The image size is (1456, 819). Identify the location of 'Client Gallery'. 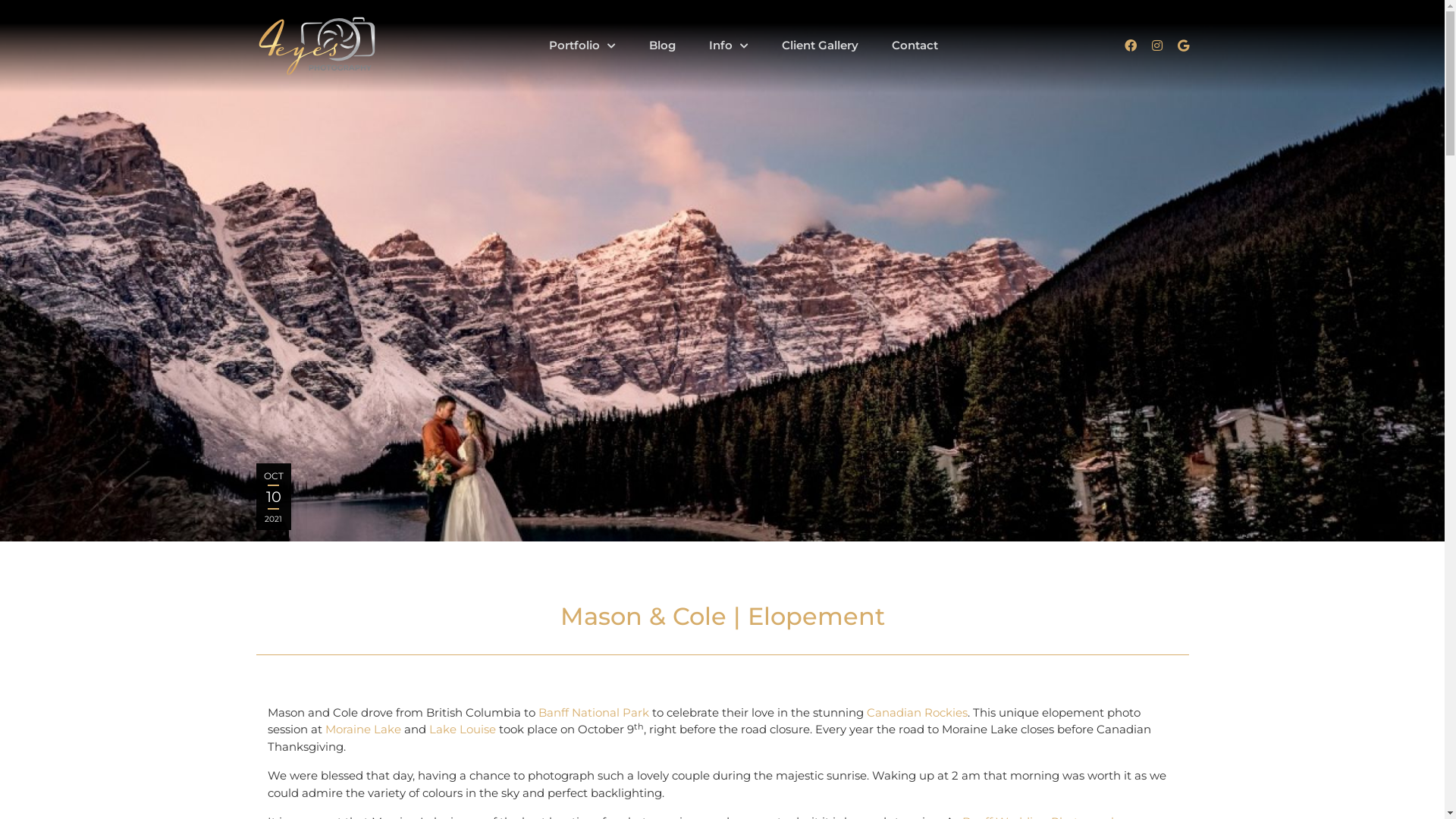
(818, 44).